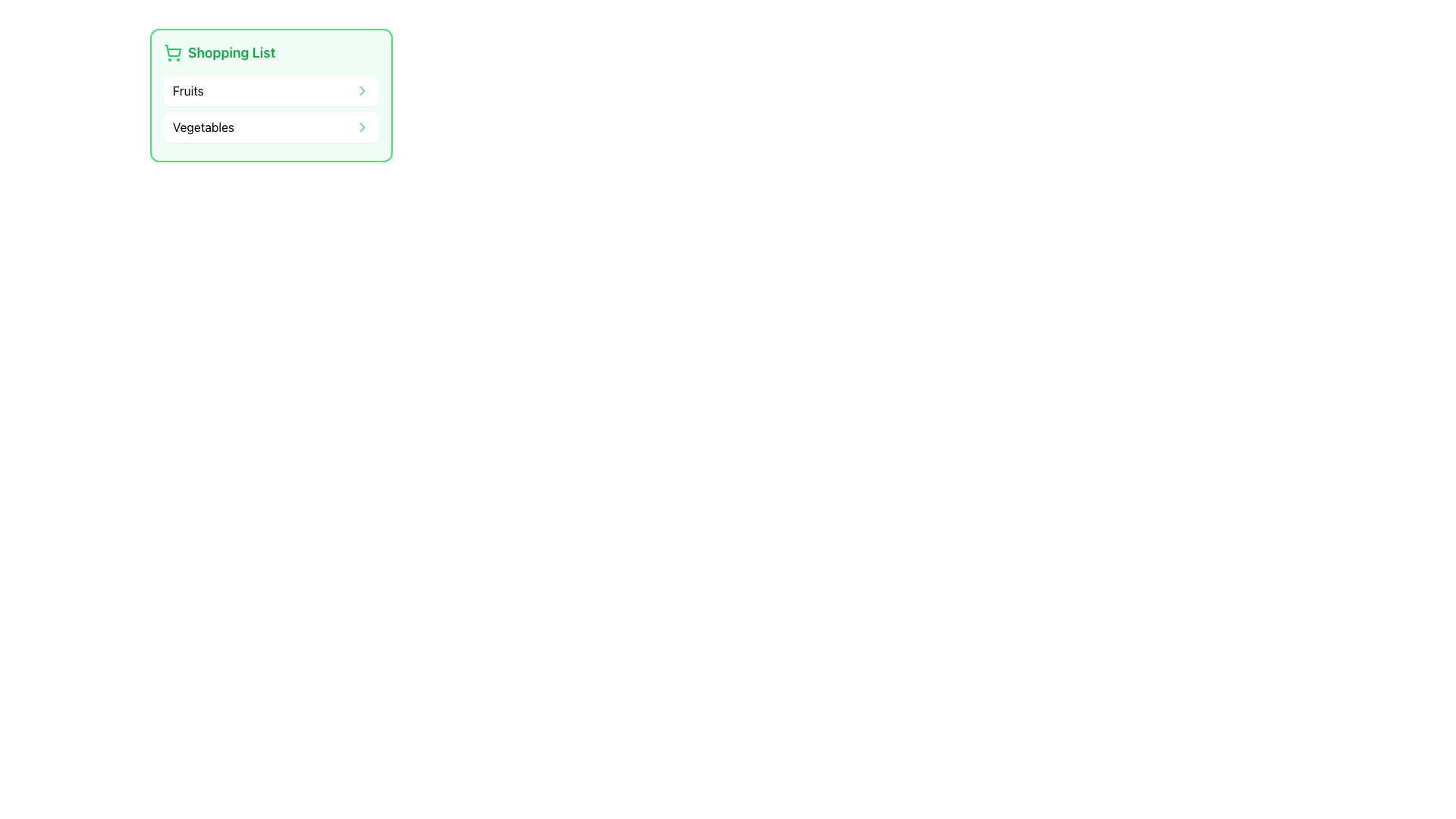  Describe the element at coordinates (362, 127) in the screenshot. I see `the navigation icon for 'Vegetables' located in the second row of the 'Shopping List' card` at that location.